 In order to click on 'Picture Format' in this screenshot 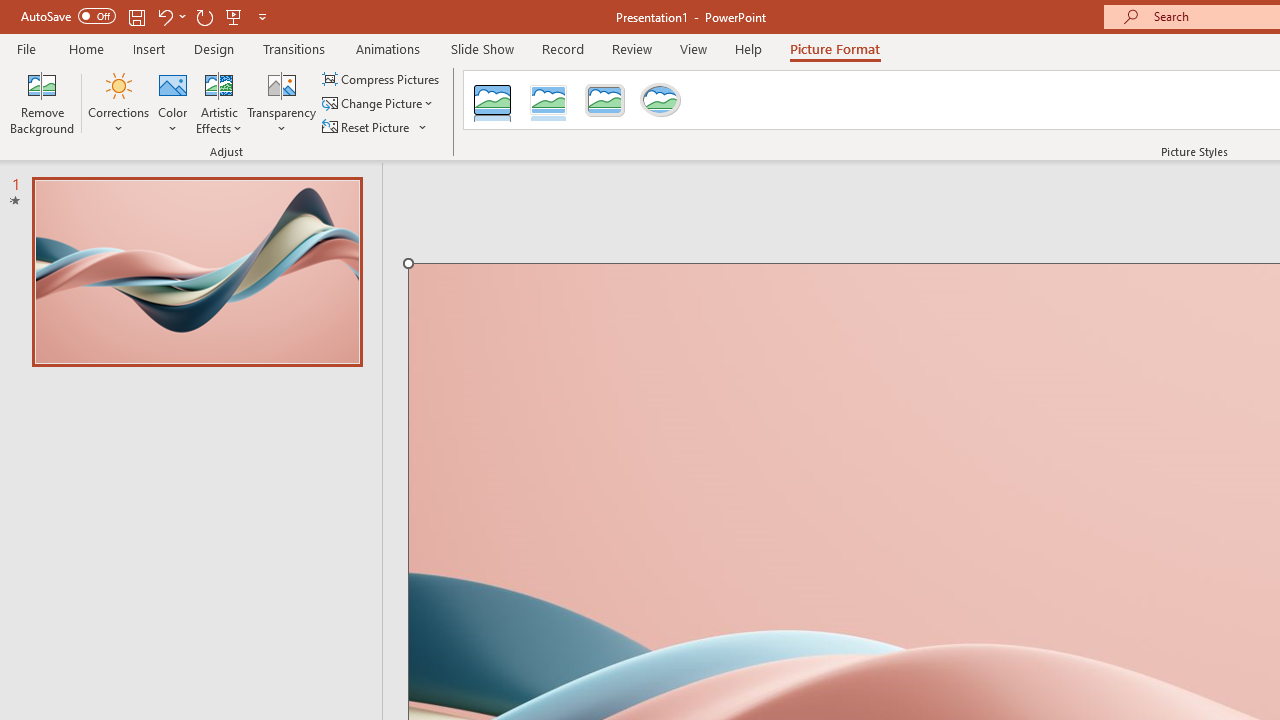, I will do `click(835, 48)`.